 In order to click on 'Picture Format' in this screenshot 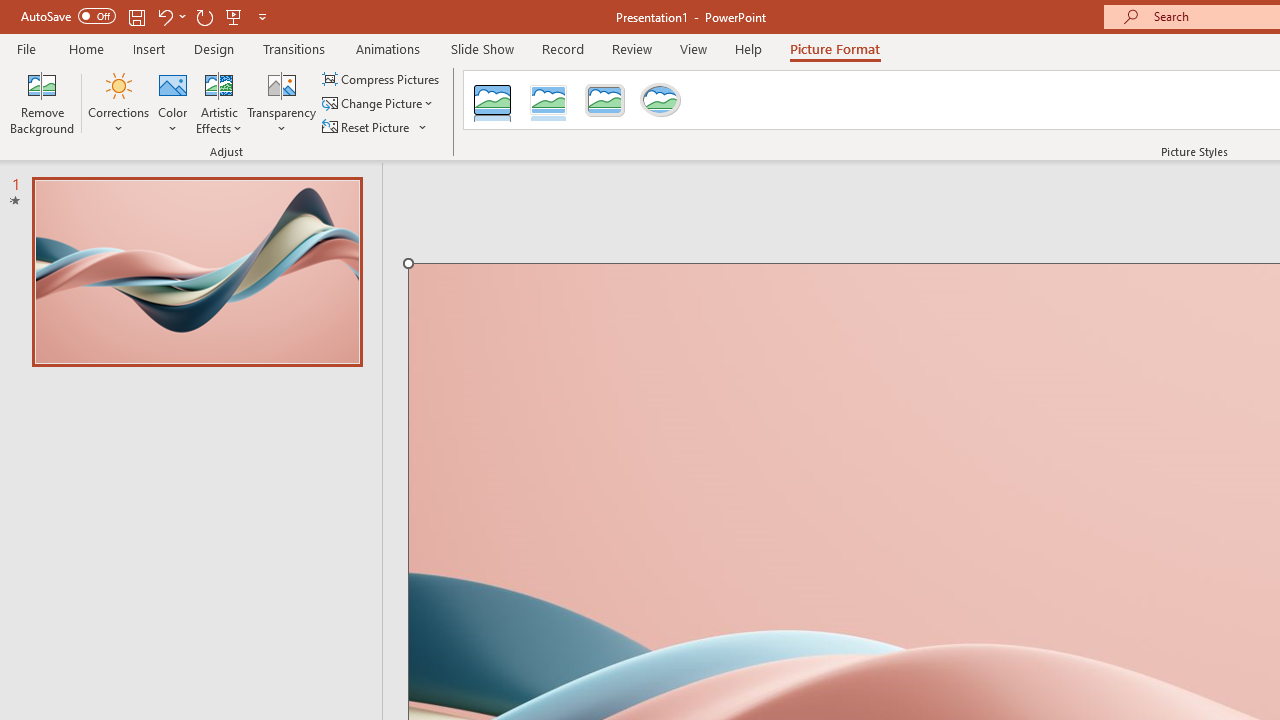, I will do `click(835, 48)`.